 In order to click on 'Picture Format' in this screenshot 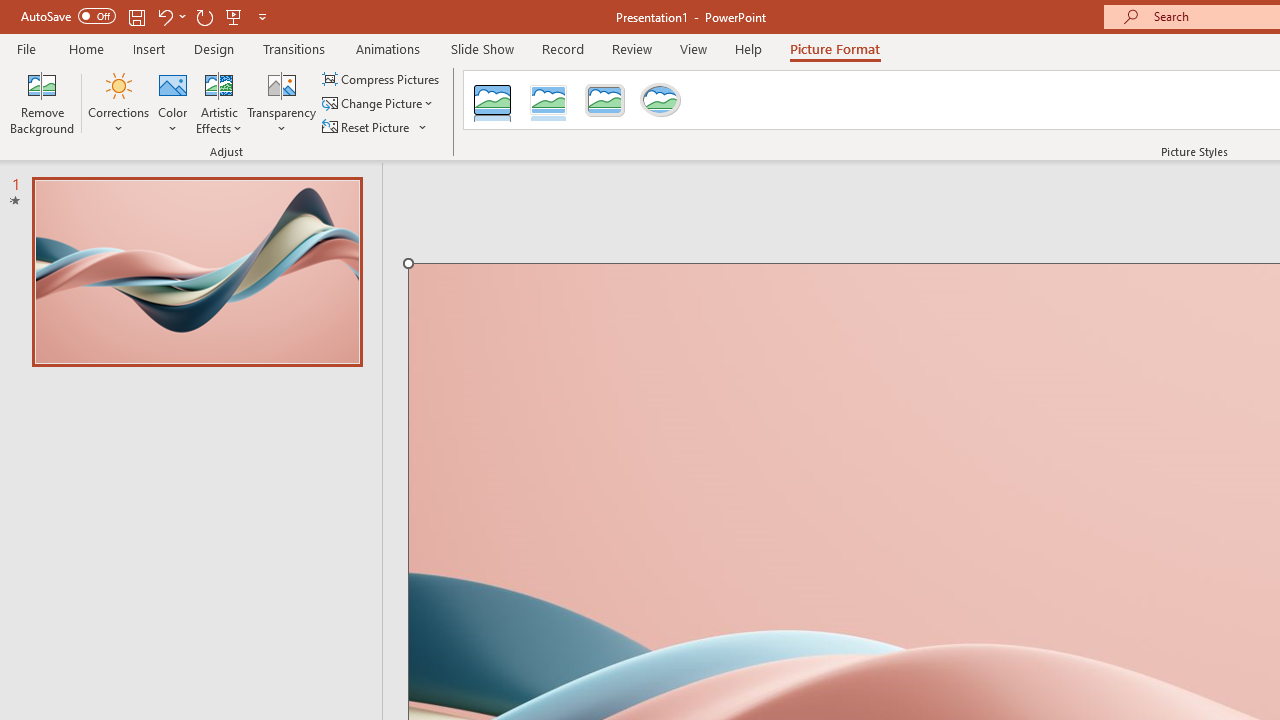, I will do `click(835, 48)`.